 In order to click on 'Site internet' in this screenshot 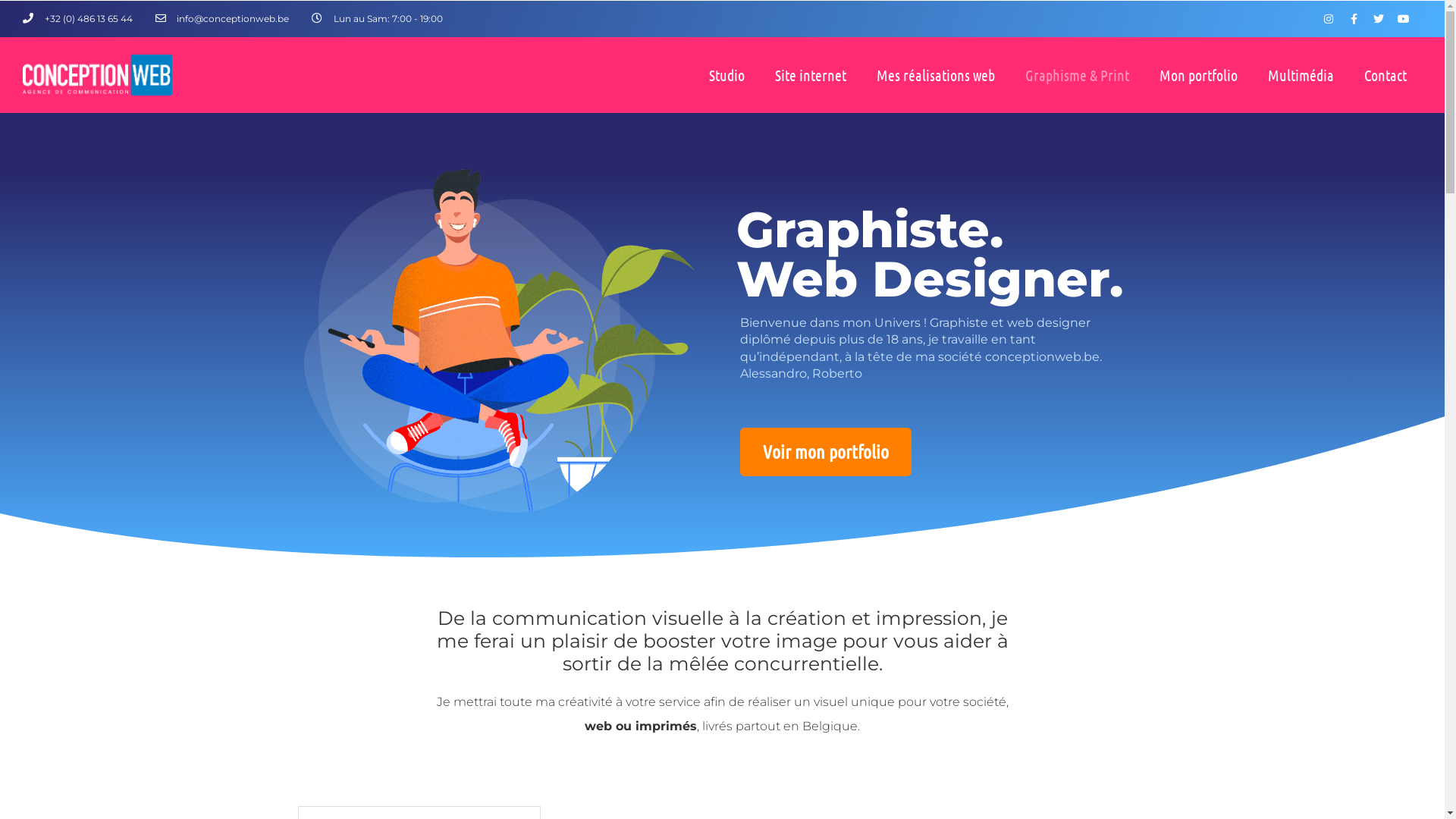, I will do `click(810, 75)`.